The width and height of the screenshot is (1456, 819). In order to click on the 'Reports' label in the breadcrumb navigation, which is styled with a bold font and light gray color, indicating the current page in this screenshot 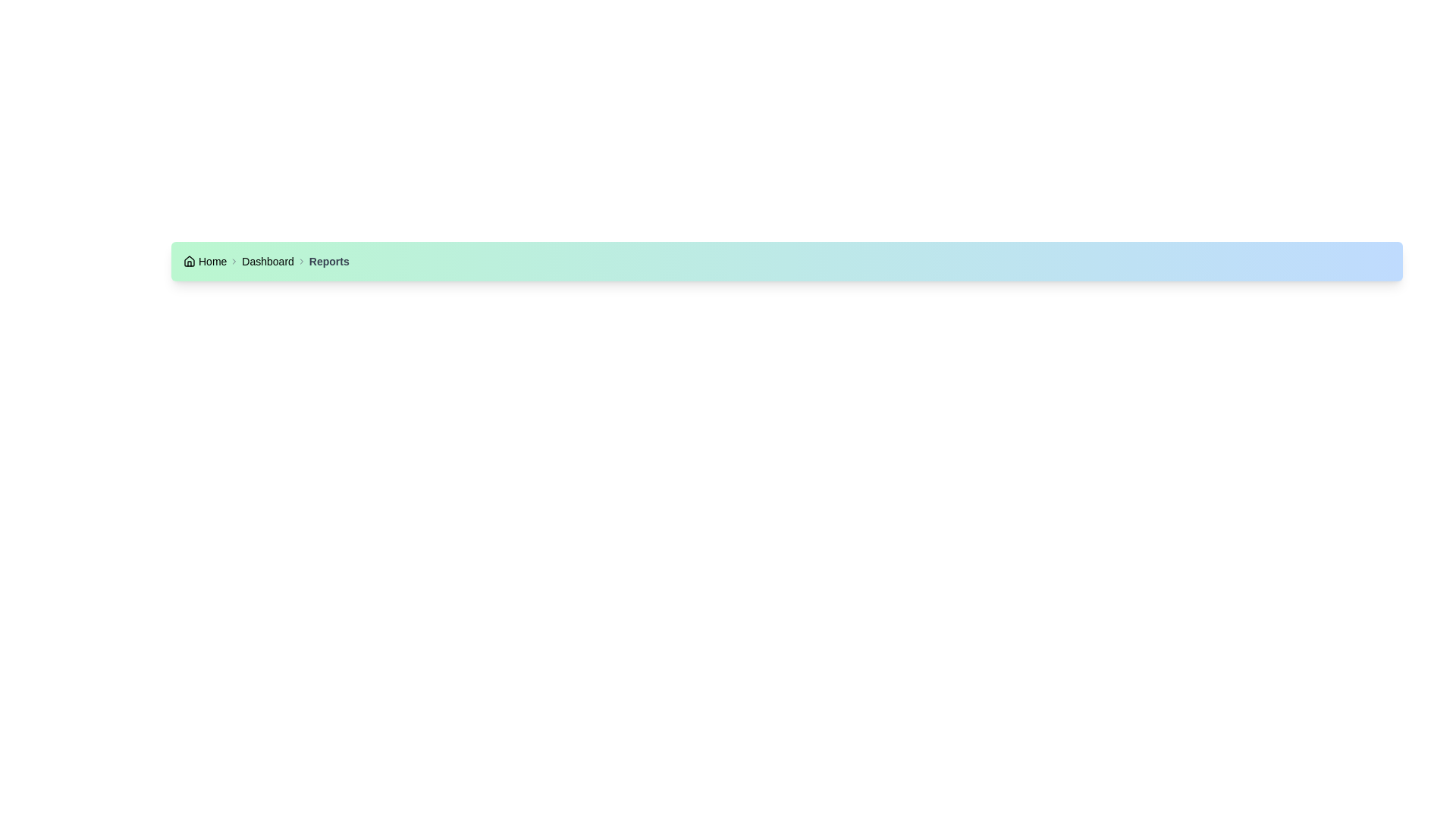, I will do `click(328, 260)`.